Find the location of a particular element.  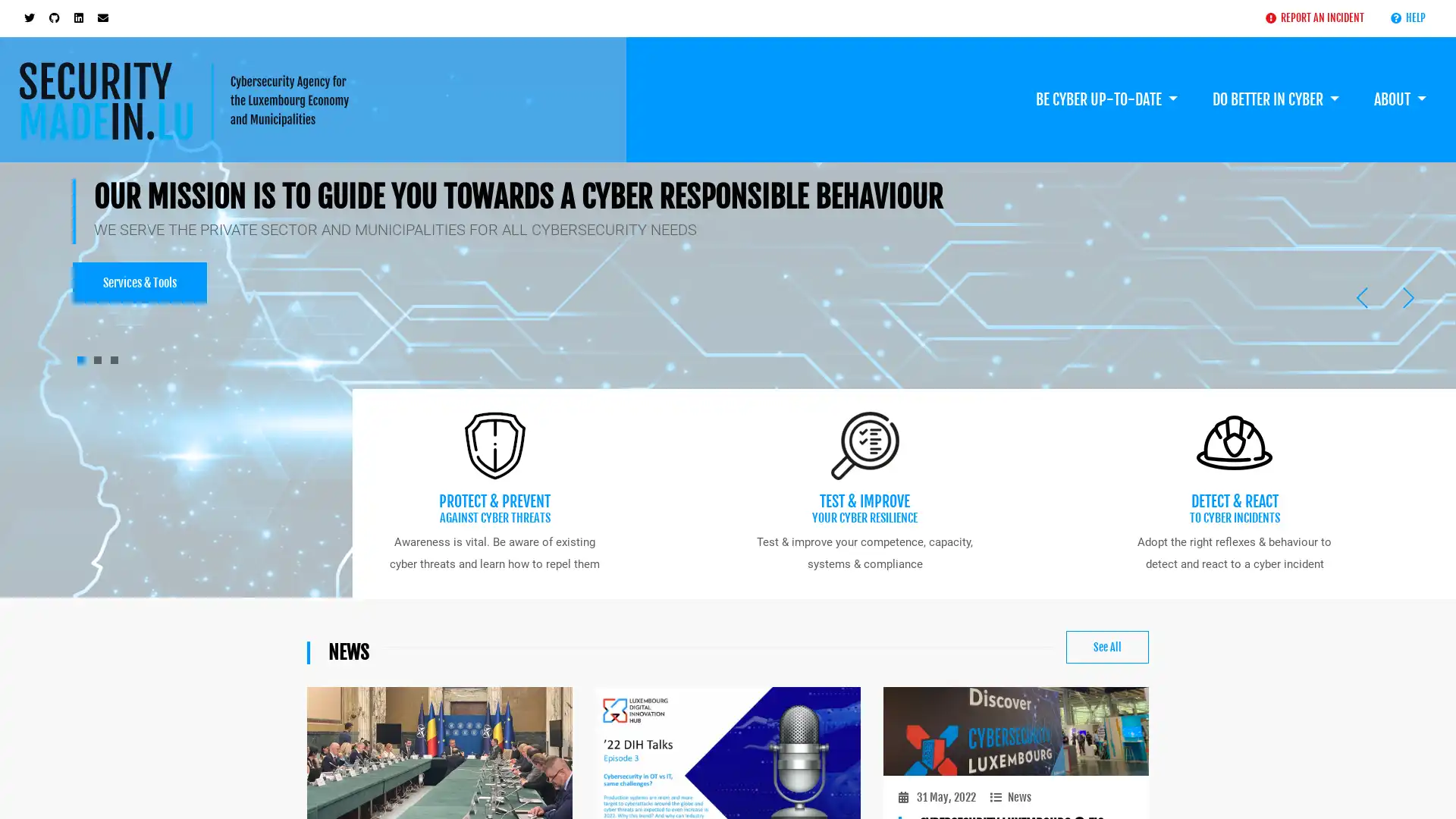

ABOUT is located at coordinates (1399, 82).